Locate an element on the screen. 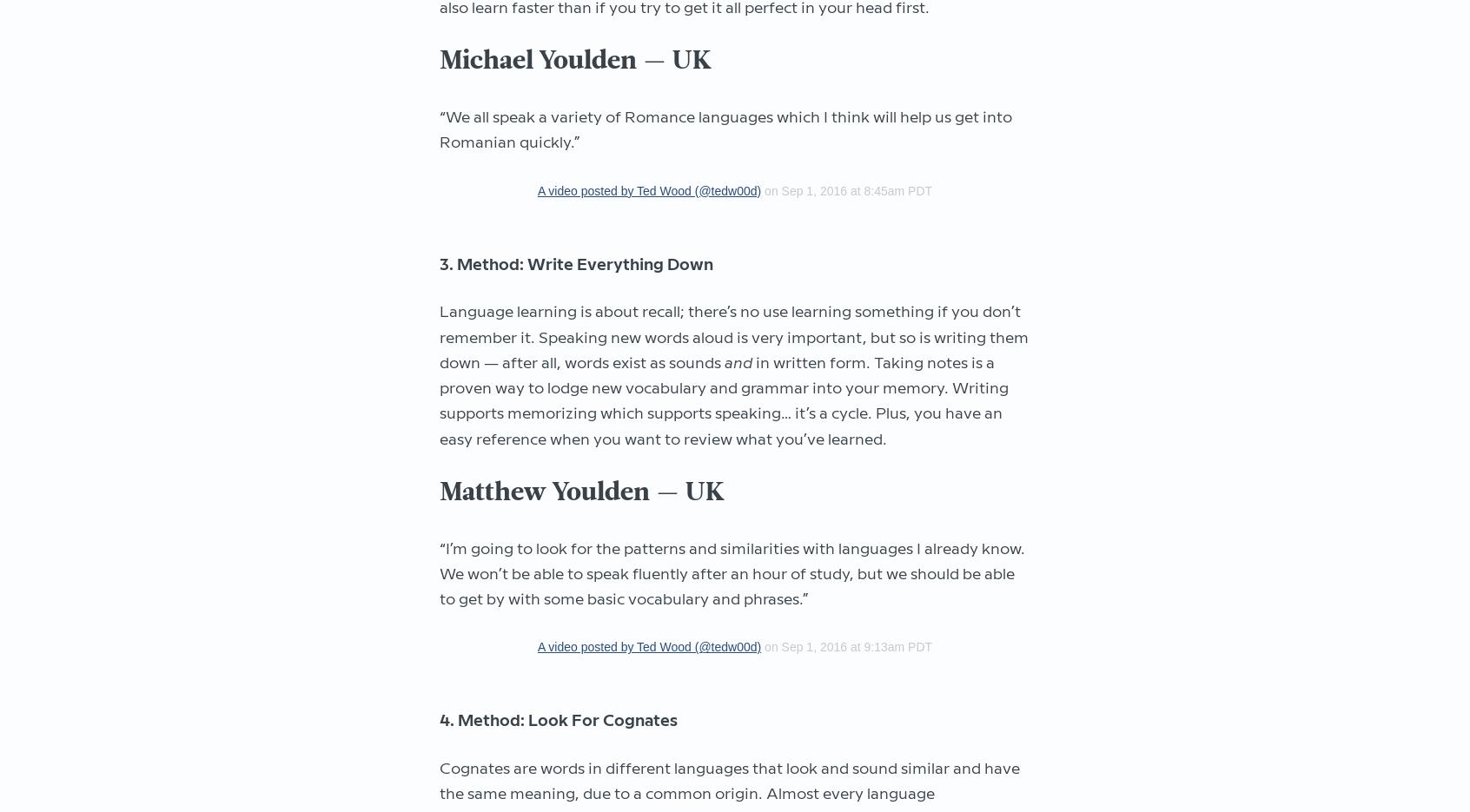 This screenshot has height=812, width=1470. 'Language learning is about recall; there’s no use learning something if you don’t remember it. Speaking new words aloud is very important, but so is writing them down — after all, words exist as sounds' is located at coordinates (733, 337).